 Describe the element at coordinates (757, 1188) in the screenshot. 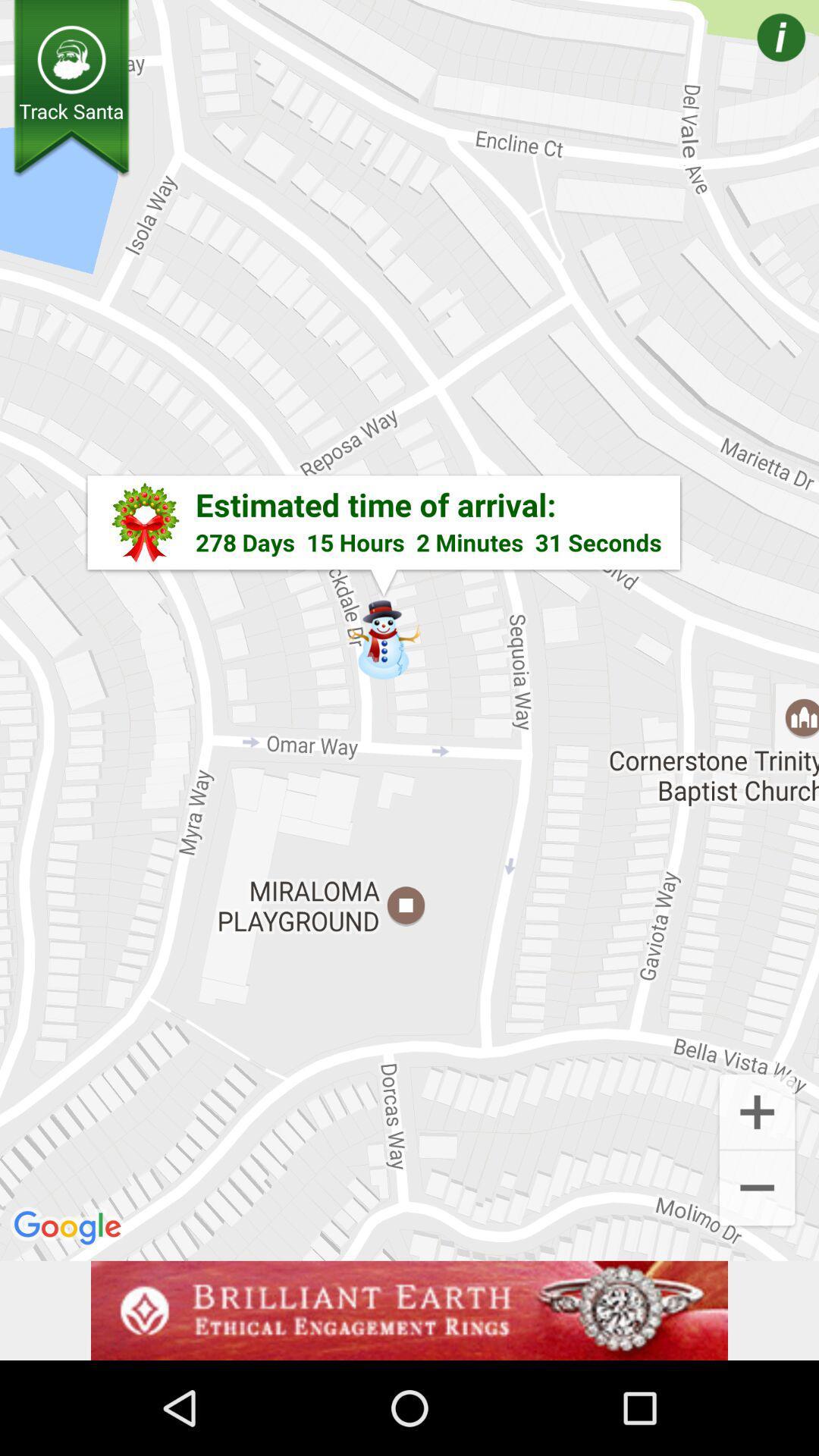

I see `the add icon` at that location.